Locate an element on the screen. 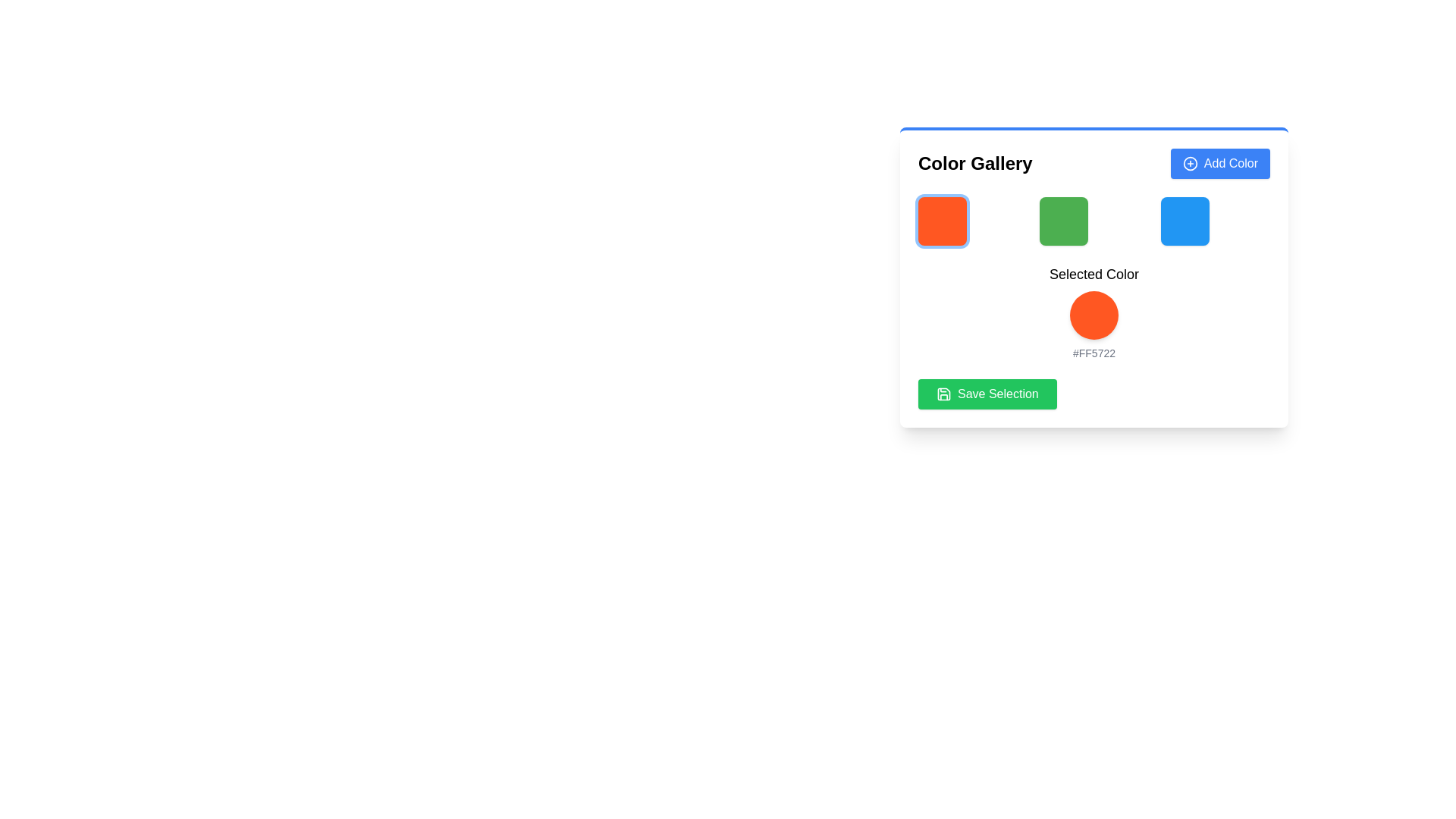 The image size is (1456, 819). the Circle icon that represents the addition of new items, located at the center of the 'Add Color' button in the top-right corner of the card interface is located at coordinates (1189, 164).